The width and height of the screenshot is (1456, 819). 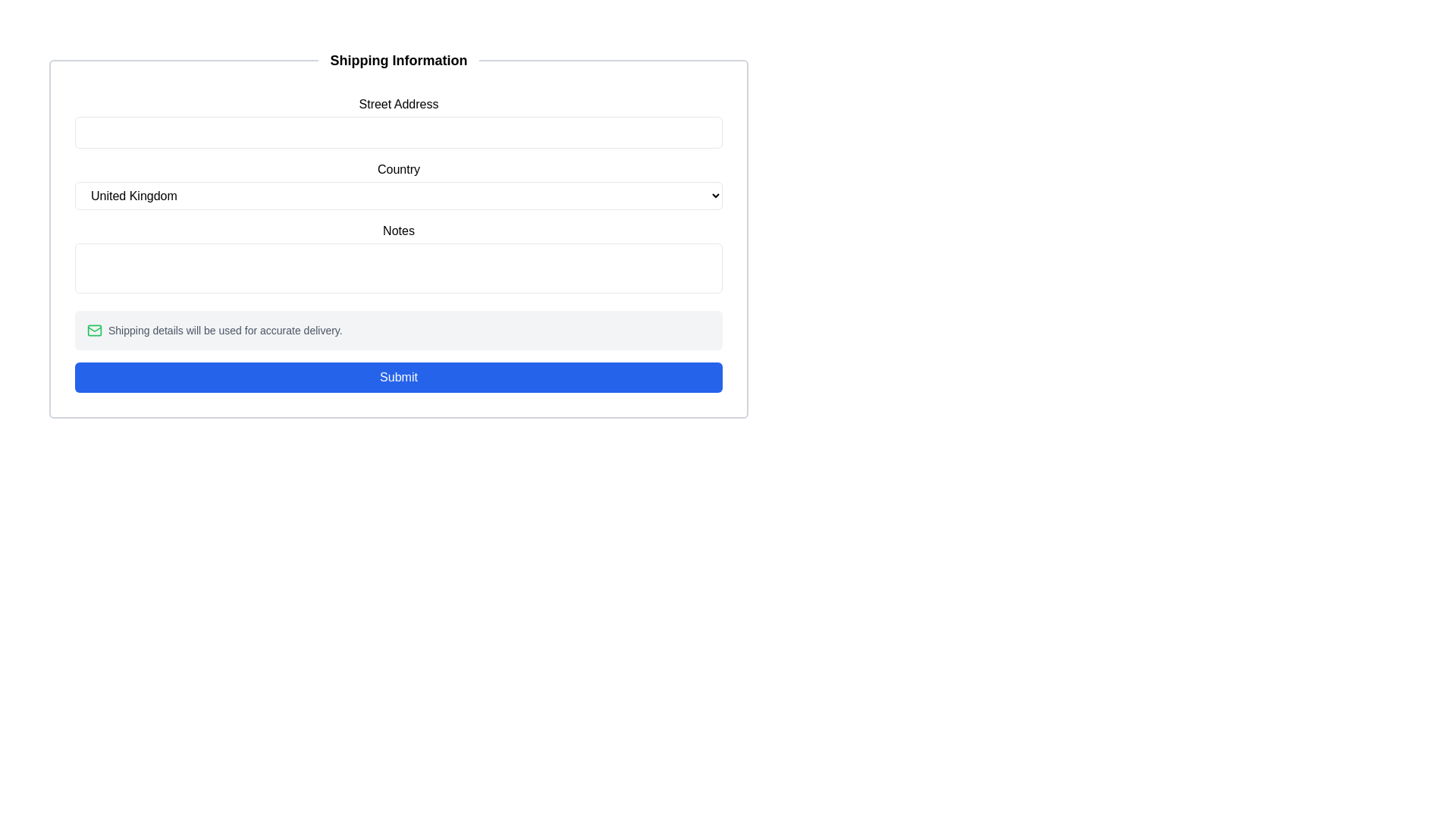 I want to click on the 'Submit' button located at the bottom of the 'Shipping Information' section, so click(x=399, y=376).